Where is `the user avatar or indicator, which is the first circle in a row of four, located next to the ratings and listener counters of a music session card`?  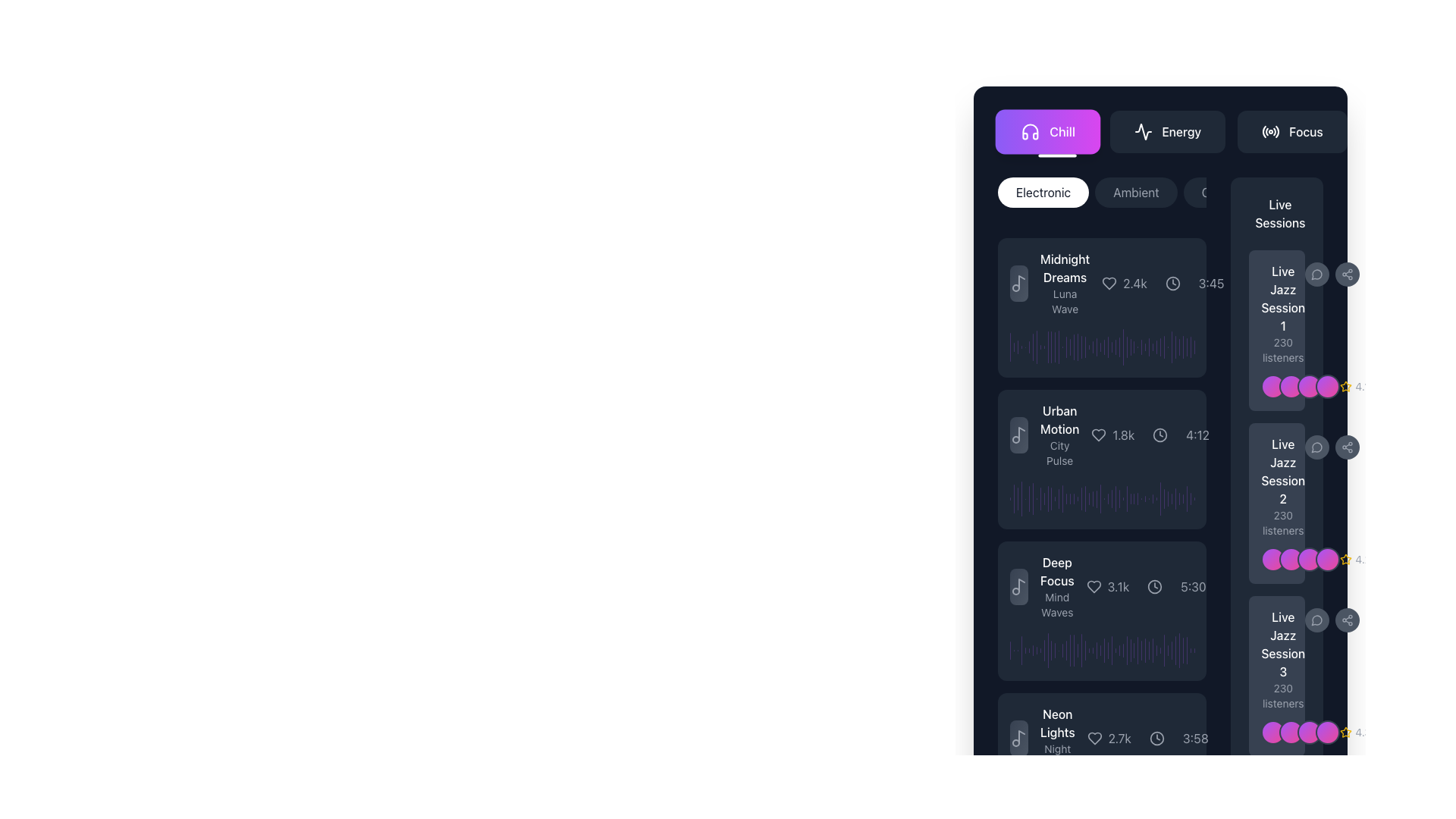
the user avatar or indicator, which is the first circle in a row of four, located next to the ratings and listener counters of a music session card is located at coordinates (1273, 385).